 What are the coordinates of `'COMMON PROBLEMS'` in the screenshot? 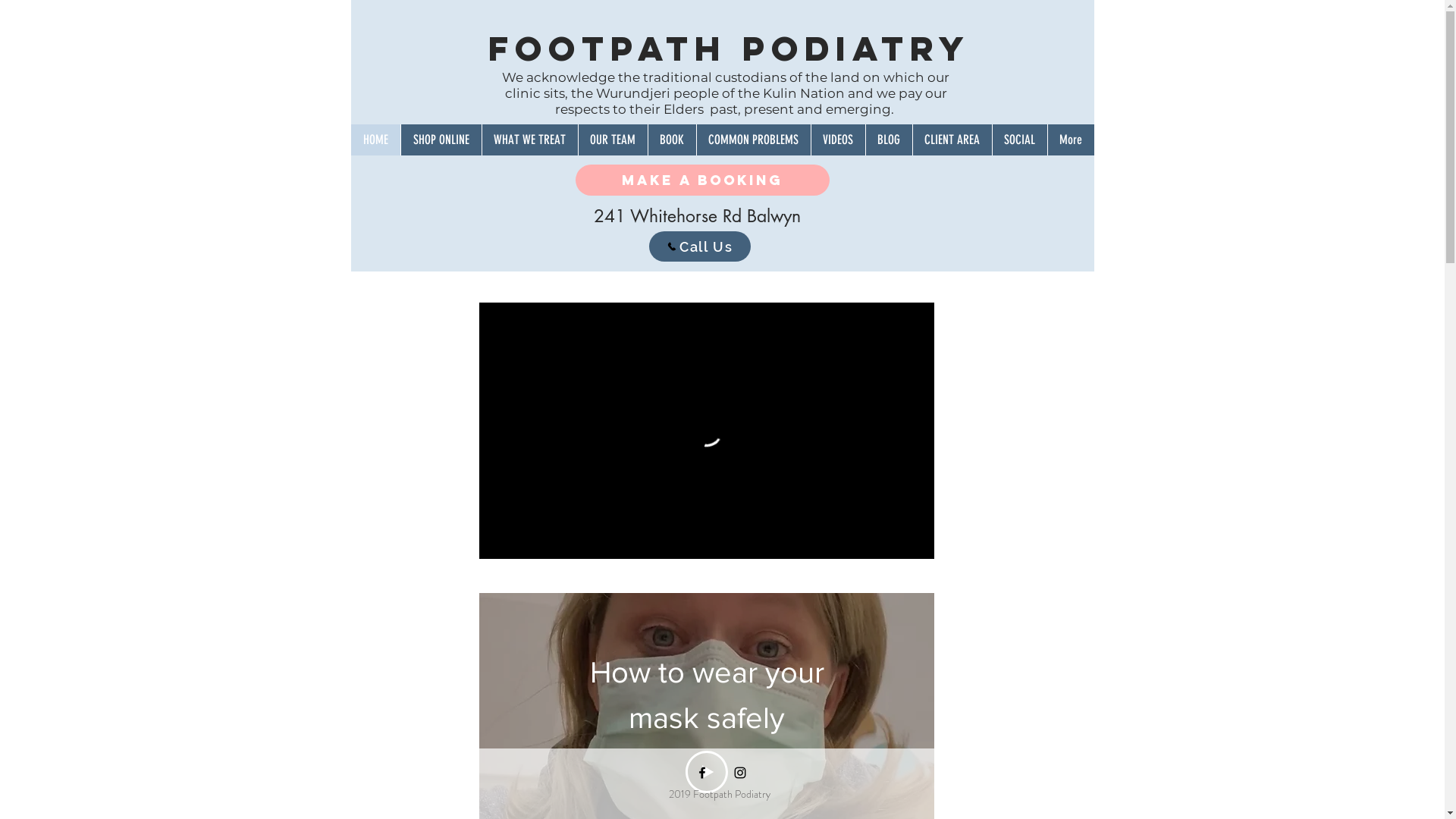 It's located at (753, 140).